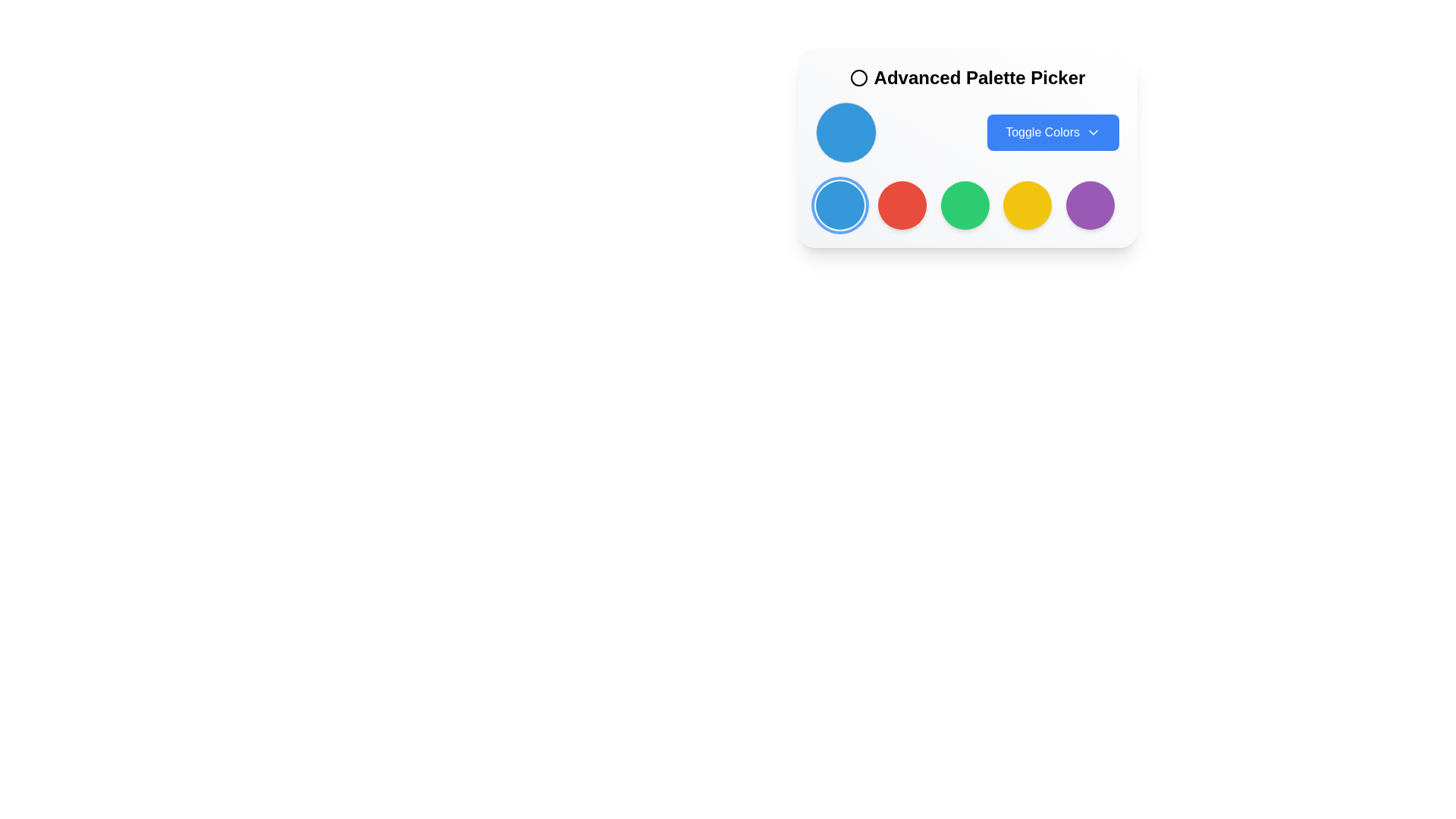 This screenshot has width=1456, height=819. I want to click on the second circular icon with a red background under the 'Advanced Palette Picker' label, so click(902, 205).